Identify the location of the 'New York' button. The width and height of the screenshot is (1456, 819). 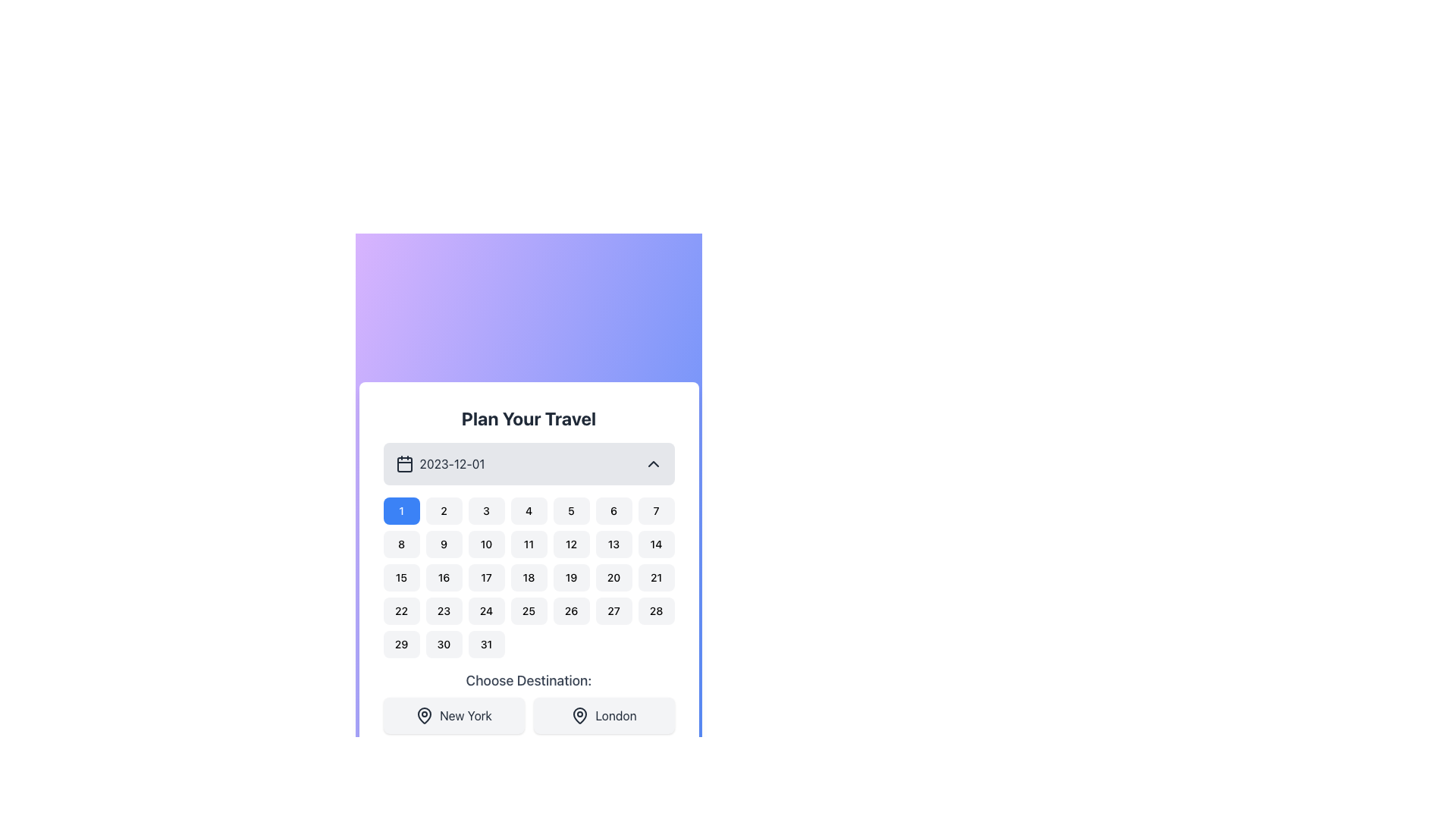
(453, 716).